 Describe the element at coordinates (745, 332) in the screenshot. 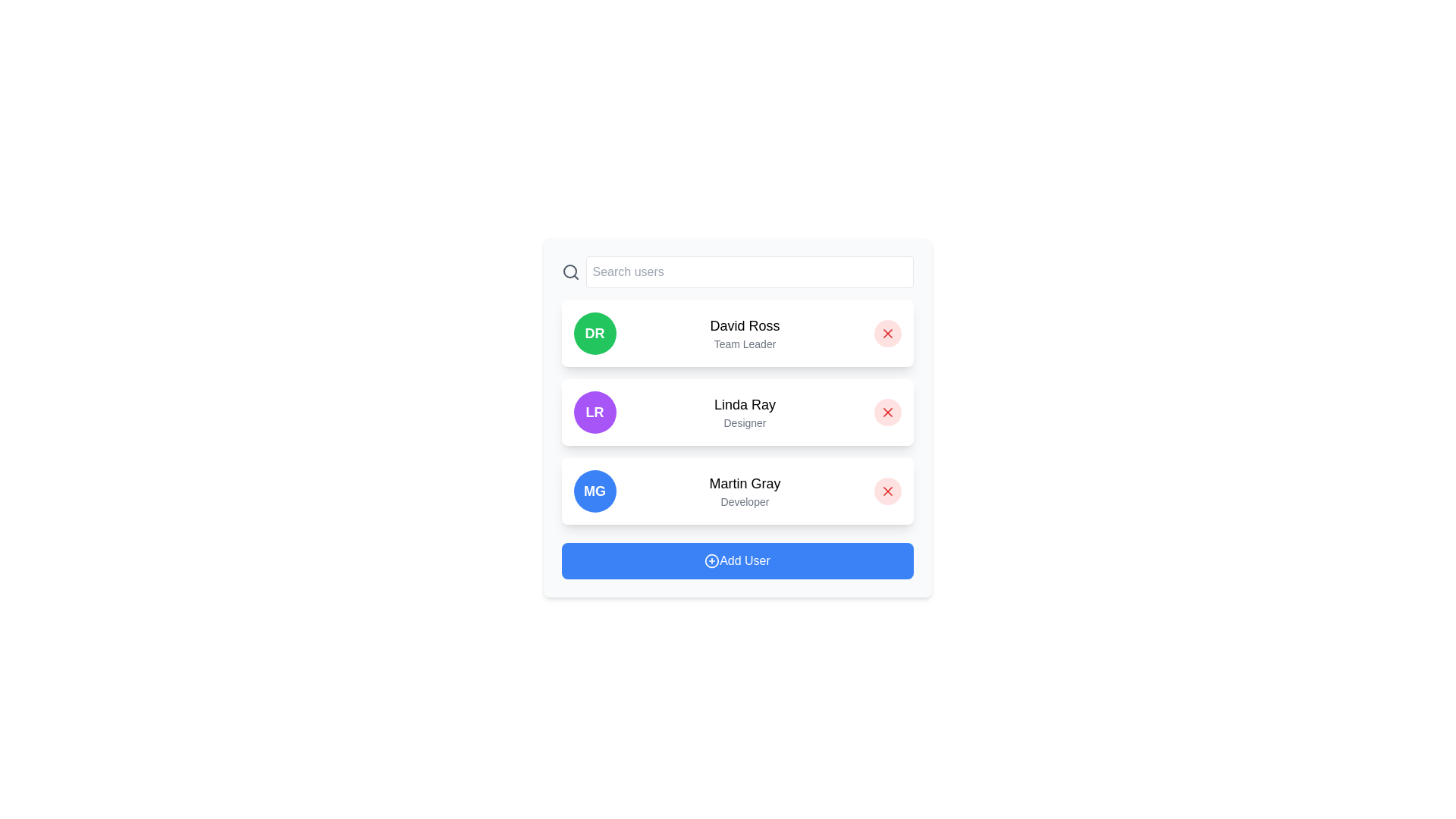

I see `the Text Label Group that displays 'David Ross' and 'Team Leader', which is positioned next to a green avatar and a clickable red icon` at that location.